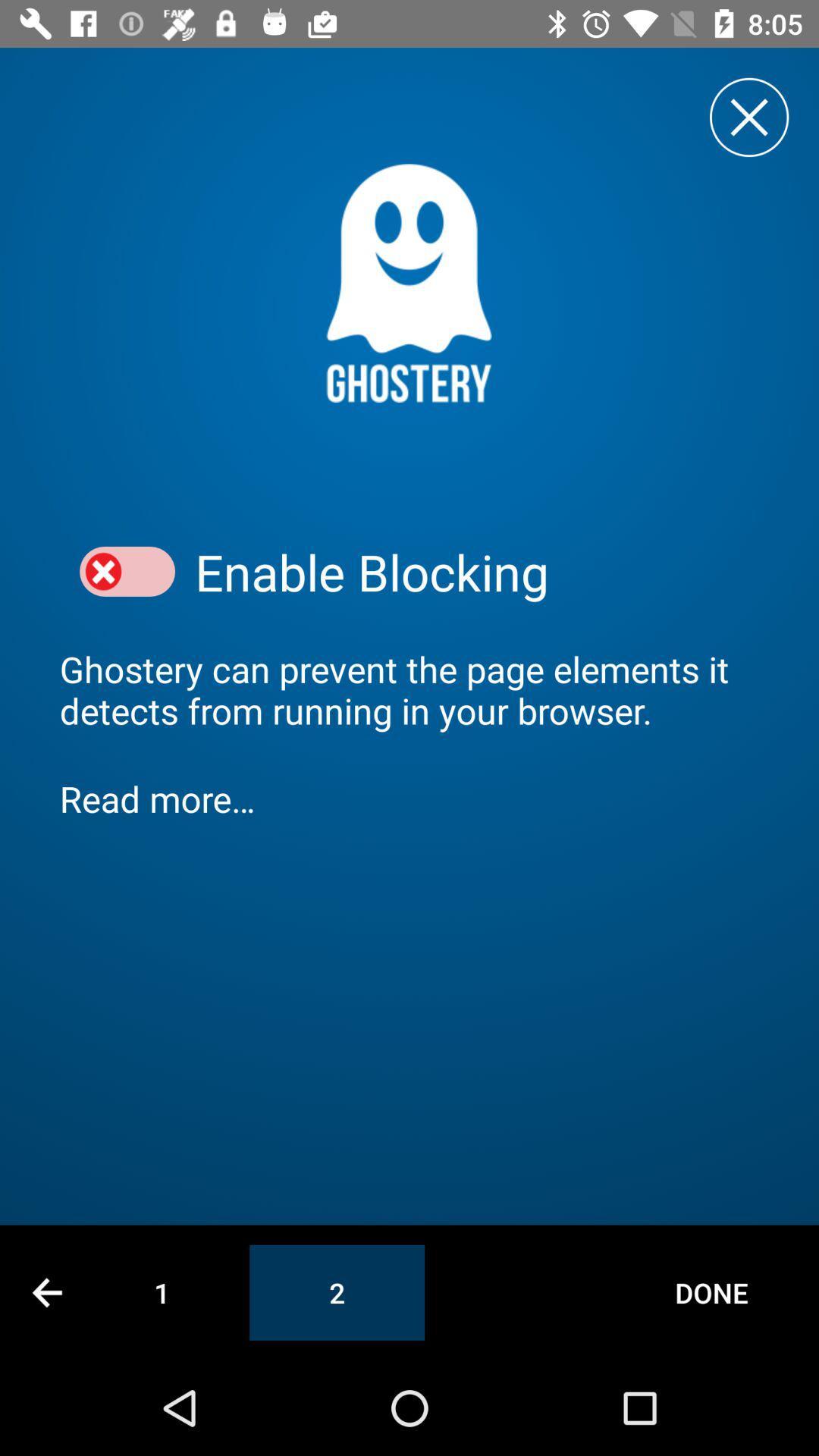 This screenshot has width=819, height=1456. What do you see at coordinates (127, 571) in the screenshot?
I see `icon next to the enable blocking item` at bounding box center [127, 571].